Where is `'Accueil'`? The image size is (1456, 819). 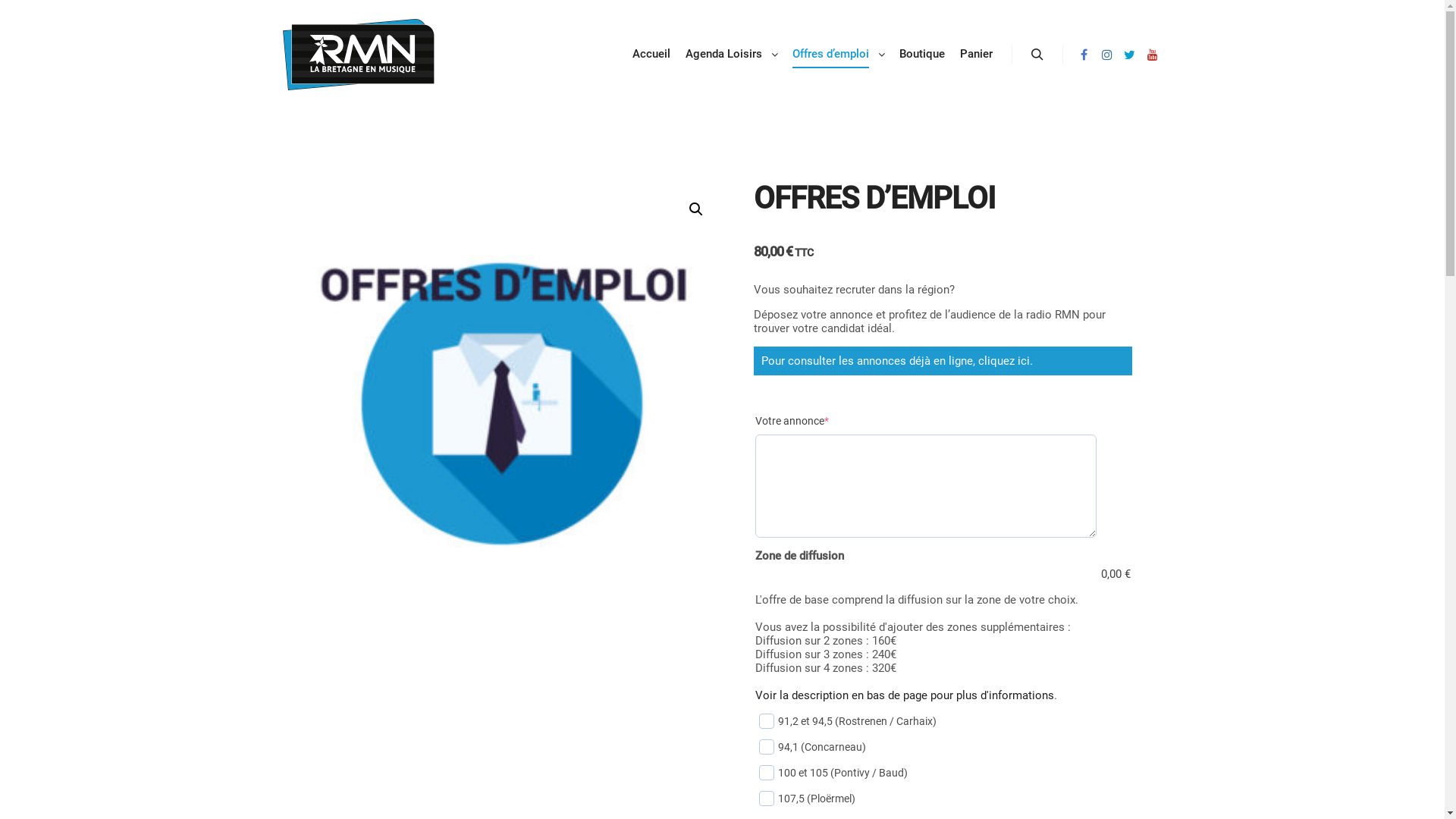 'Accueil' is located at coordinates (651, 53).